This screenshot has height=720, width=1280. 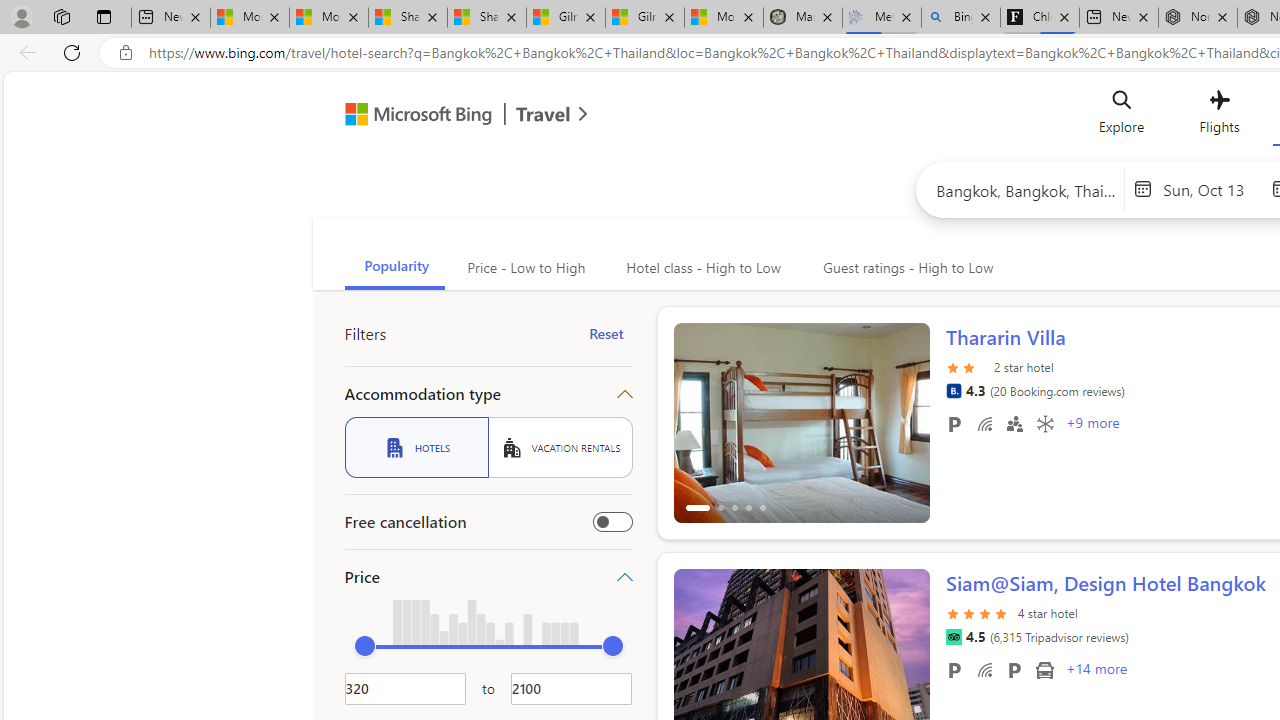 What do you see at coordinates (394, 267) in the screenshot?
I see `'Popularity'` at bounding box center [394, 267].